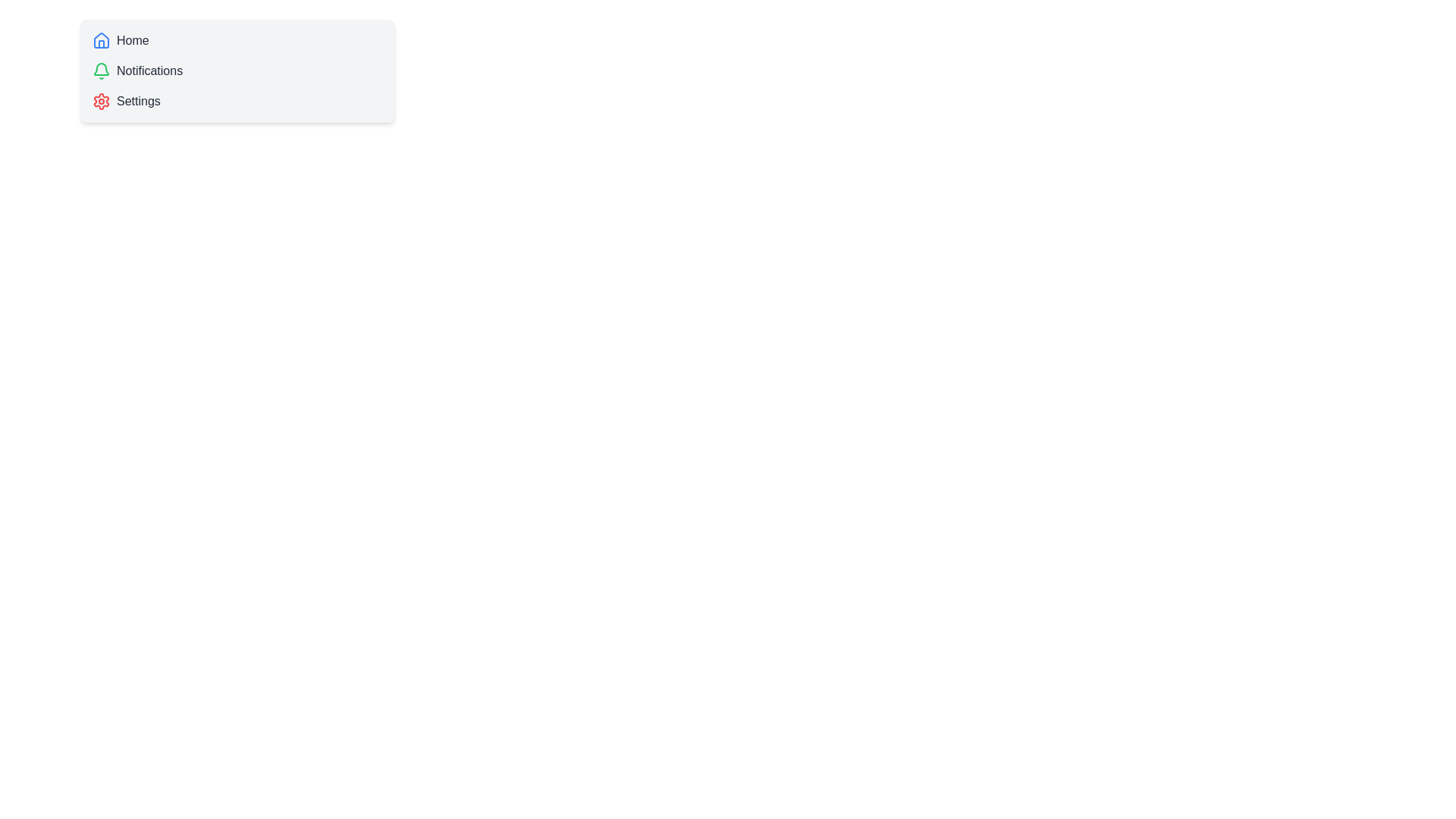 The width and height of the screenshot is (1456, 819). Describe the element at coordinates (149, 71) in the screenshot. I see `the 'Notifications' static text label in the vertical navigation menu, which is styled in gray font and positioned below the 'Home' item` at that location.